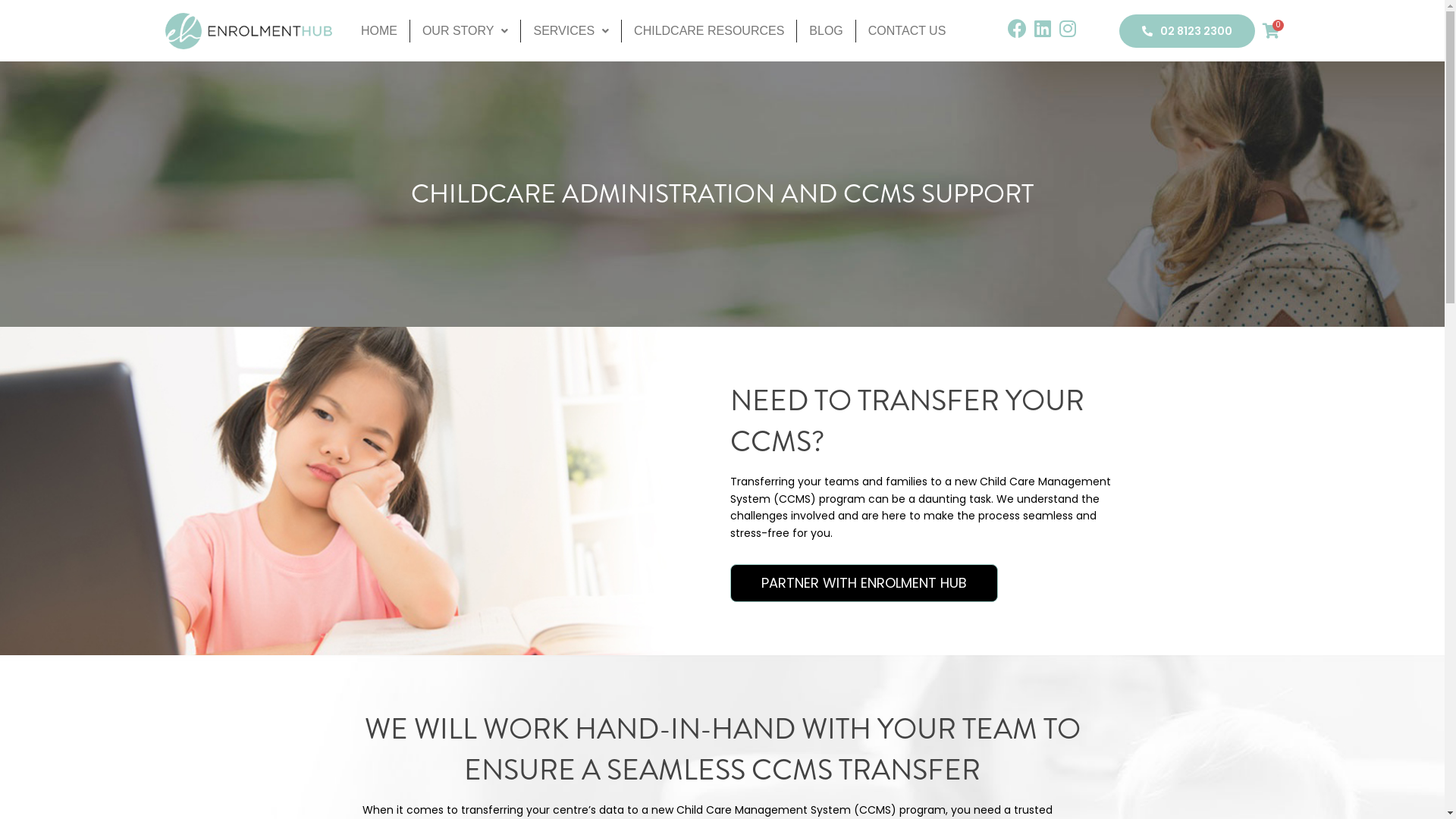 Image resolution: width=1456 pixels, height=819 pixels. I want to click on 'SERVICES', so click(520, 31).